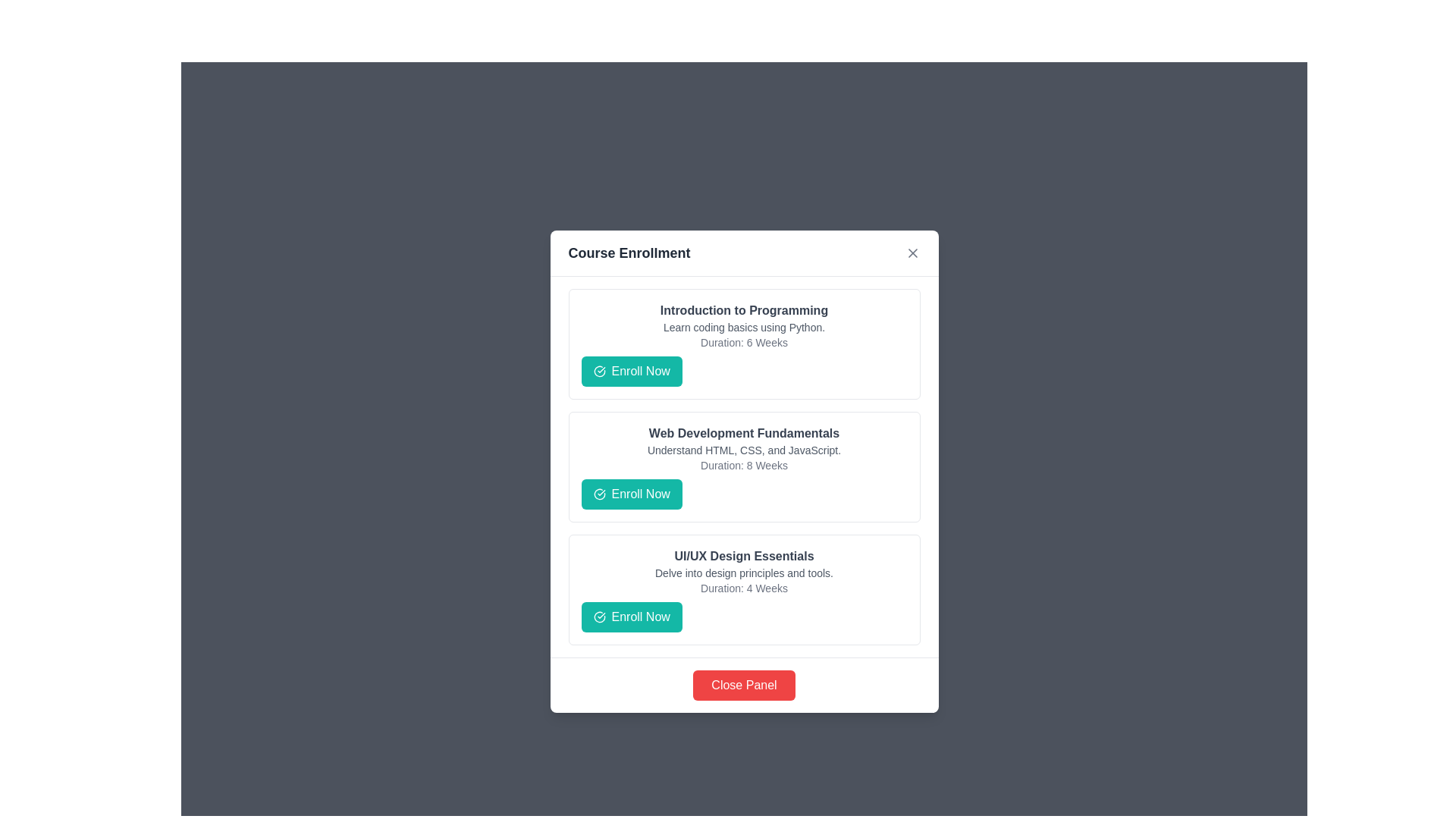 This screenshot has width=1456, height=819. Describe the element at coordinates (744, 464) in the screenshot. I see `the Text Label that indicates the length of the course duration for the second course card in the modal, positioned above the 'Enroll Now' button` at that location.